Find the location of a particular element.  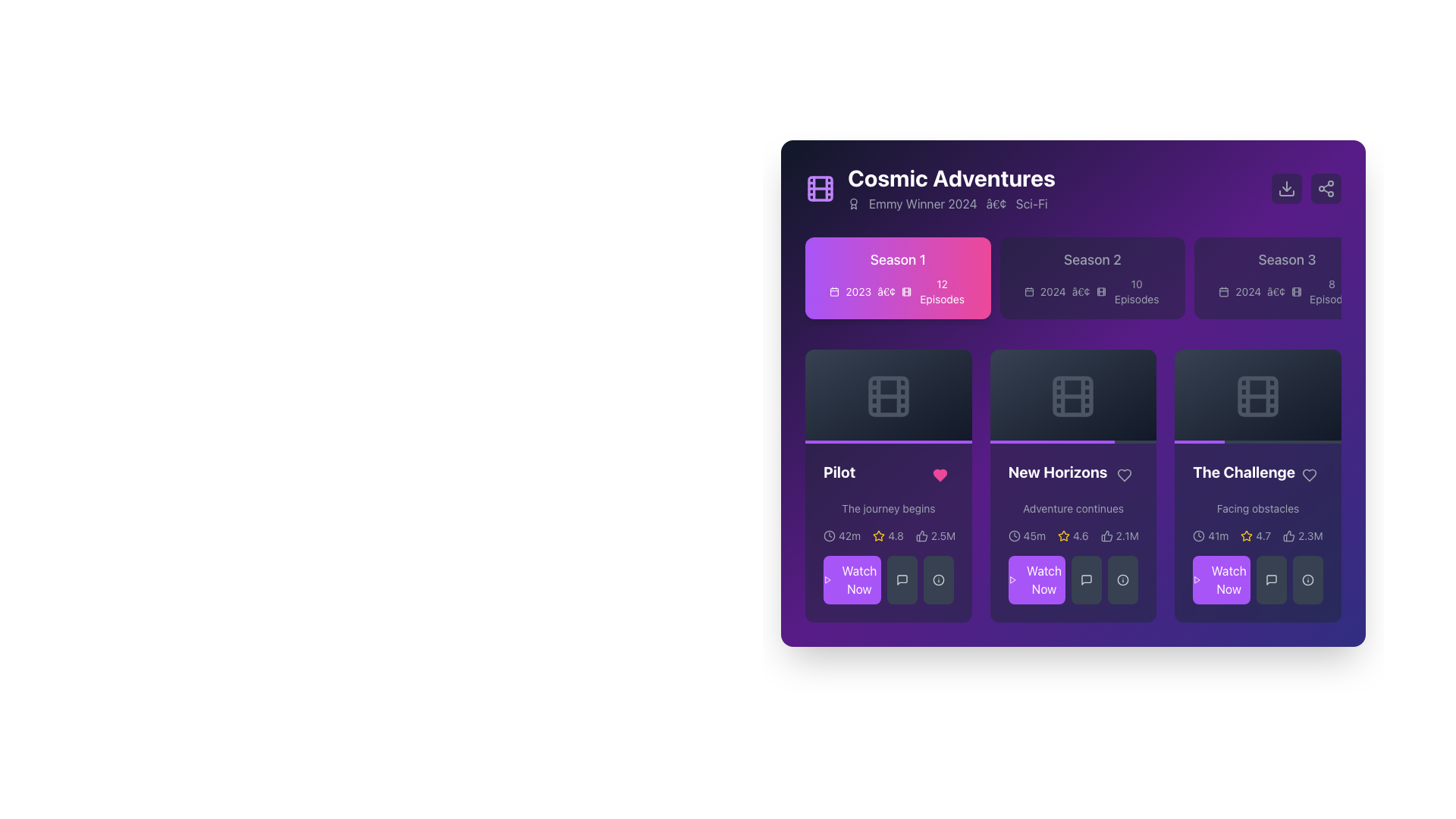

the likes or approvals icon-text combination located in the bottom right corner of 'The Challenge' card, which displays the number of likes or approvals for the associated content is located at coordinates (1302, 535).